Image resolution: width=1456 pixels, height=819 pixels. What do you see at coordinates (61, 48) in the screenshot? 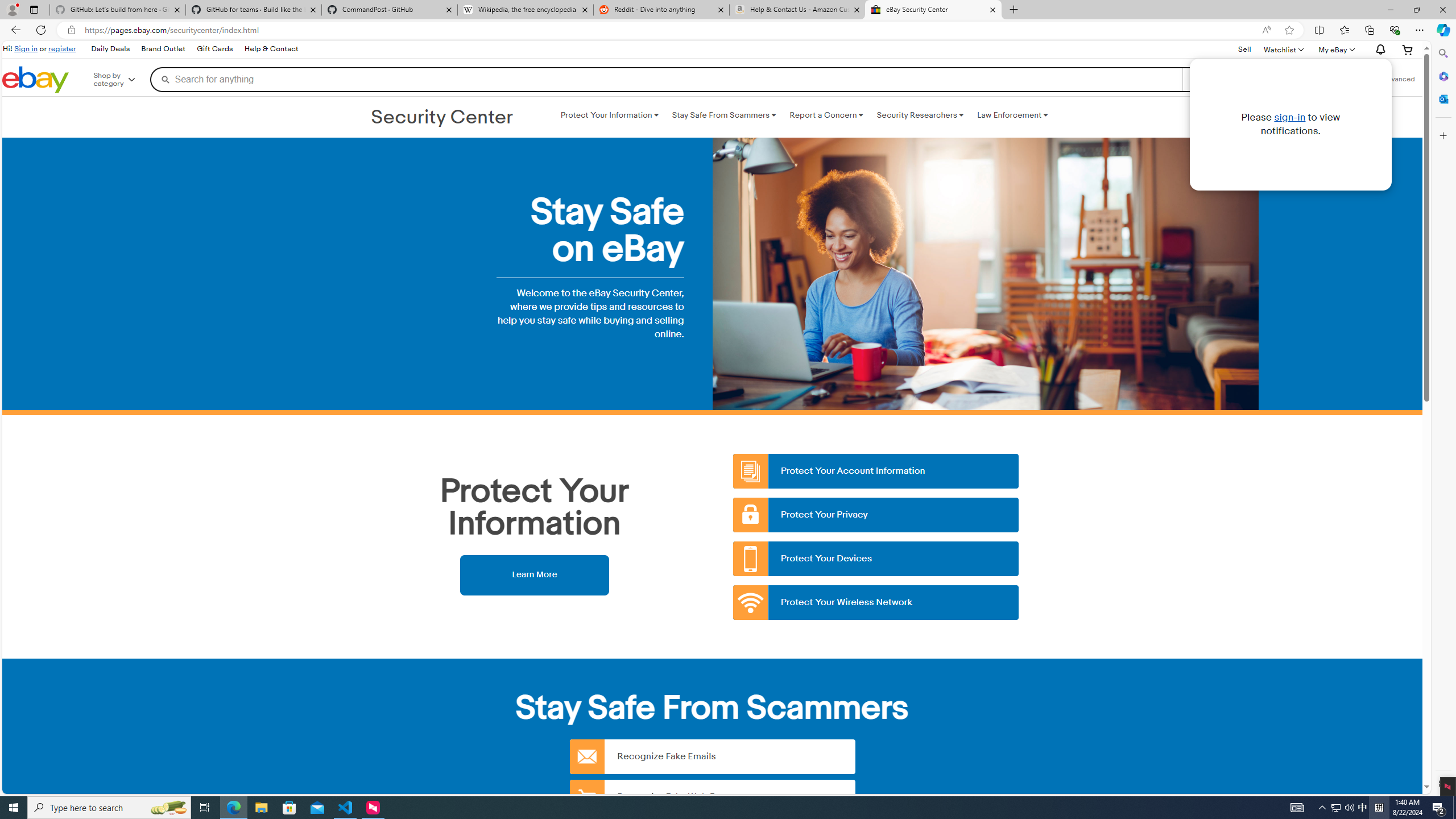
I see `'register'` at bounding box center [61, 48].